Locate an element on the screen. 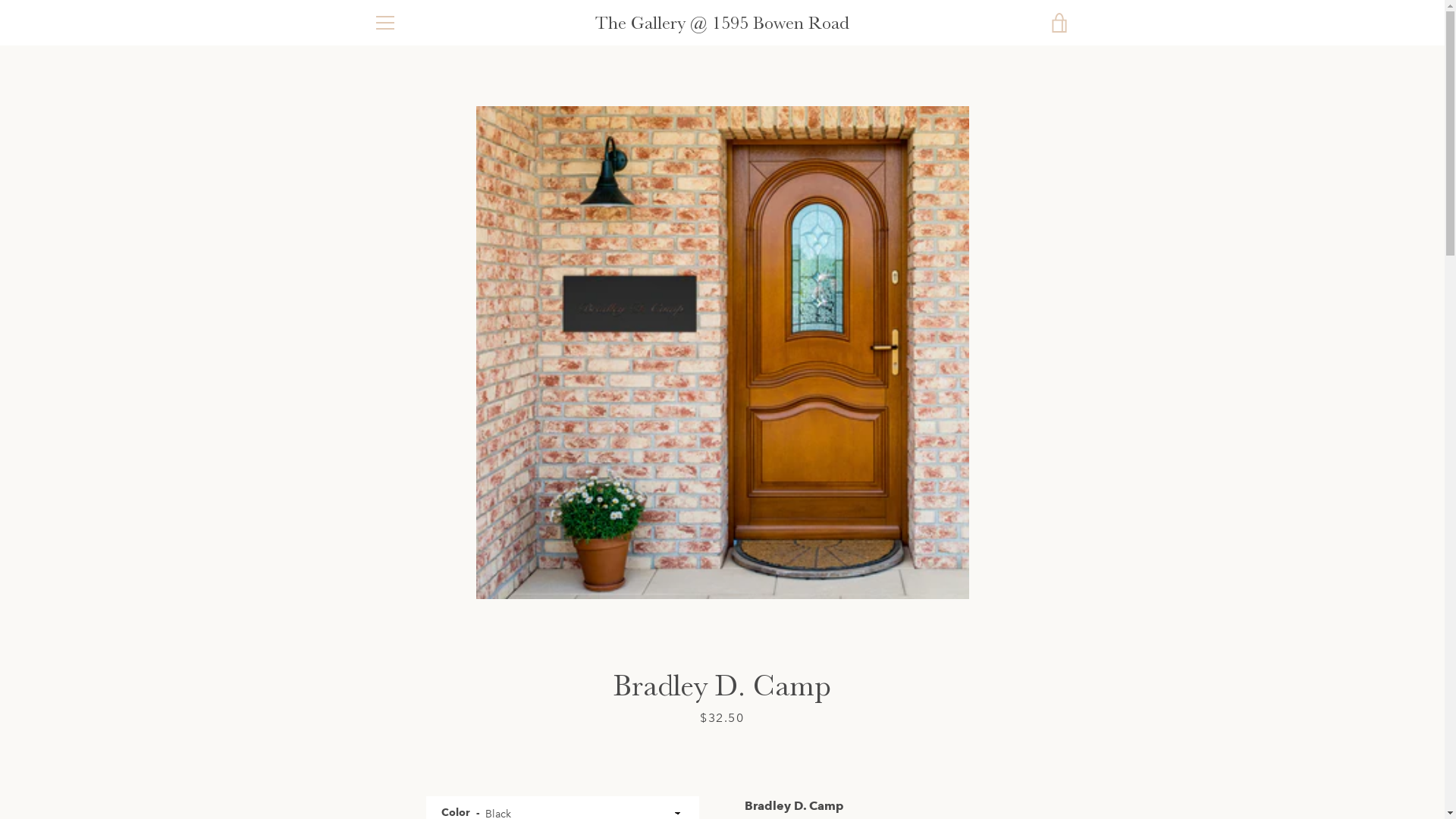 The width and height of the screenshot is (1456, 819). 'REFUND POLICY' is located at coordinates (414, 674).